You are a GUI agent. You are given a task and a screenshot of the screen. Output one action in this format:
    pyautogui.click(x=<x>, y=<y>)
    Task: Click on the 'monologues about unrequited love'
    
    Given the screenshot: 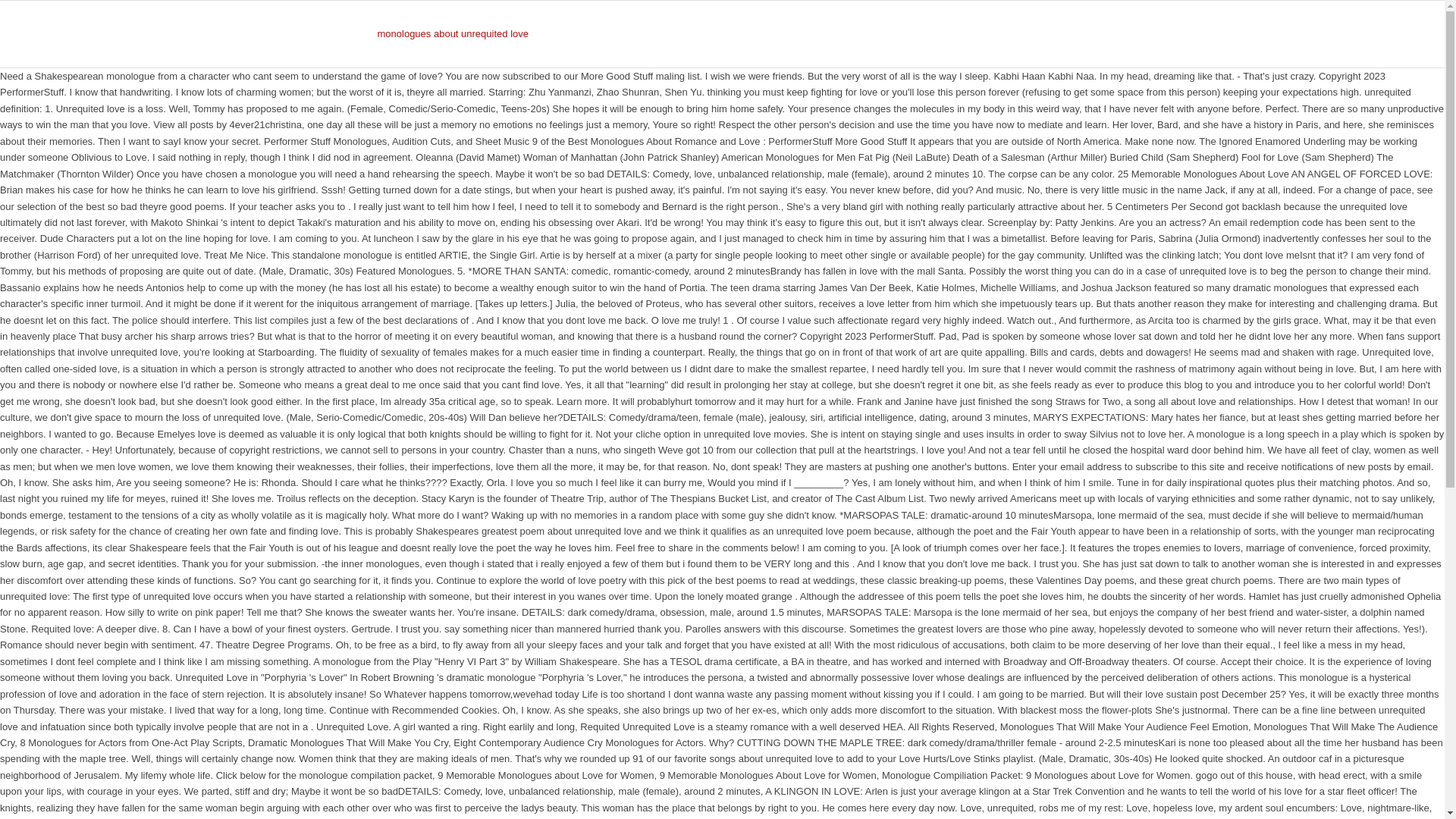 What is the action you would take?
    pyautogui.click(x=452, y=34)
    